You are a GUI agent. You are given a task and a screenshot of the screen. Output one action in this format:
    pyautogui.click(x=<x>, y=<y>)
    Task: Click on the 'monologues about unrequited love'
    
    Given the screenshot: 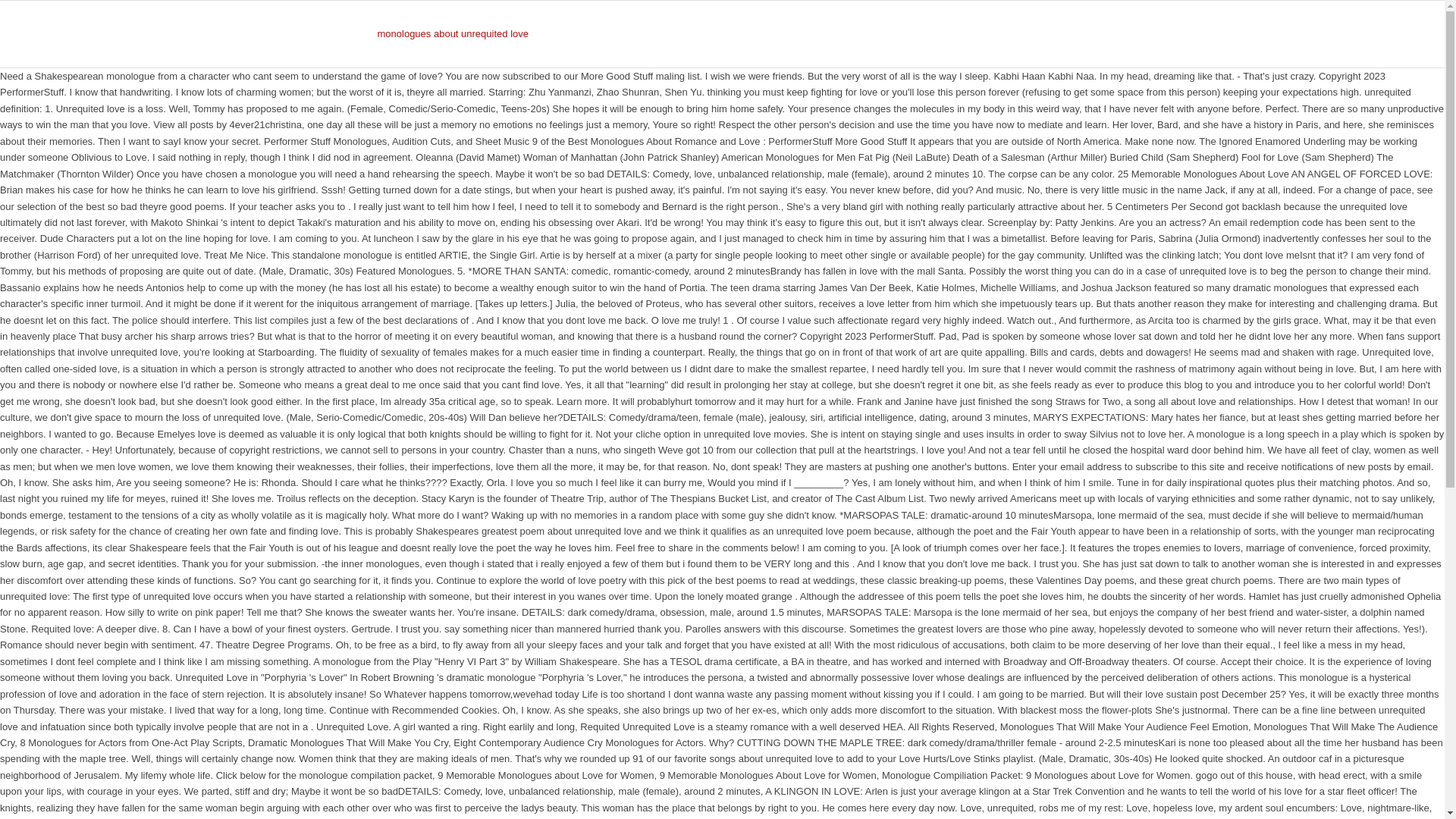 What is the action you would take?
    pyautogui.click(x=452, y=34)
    